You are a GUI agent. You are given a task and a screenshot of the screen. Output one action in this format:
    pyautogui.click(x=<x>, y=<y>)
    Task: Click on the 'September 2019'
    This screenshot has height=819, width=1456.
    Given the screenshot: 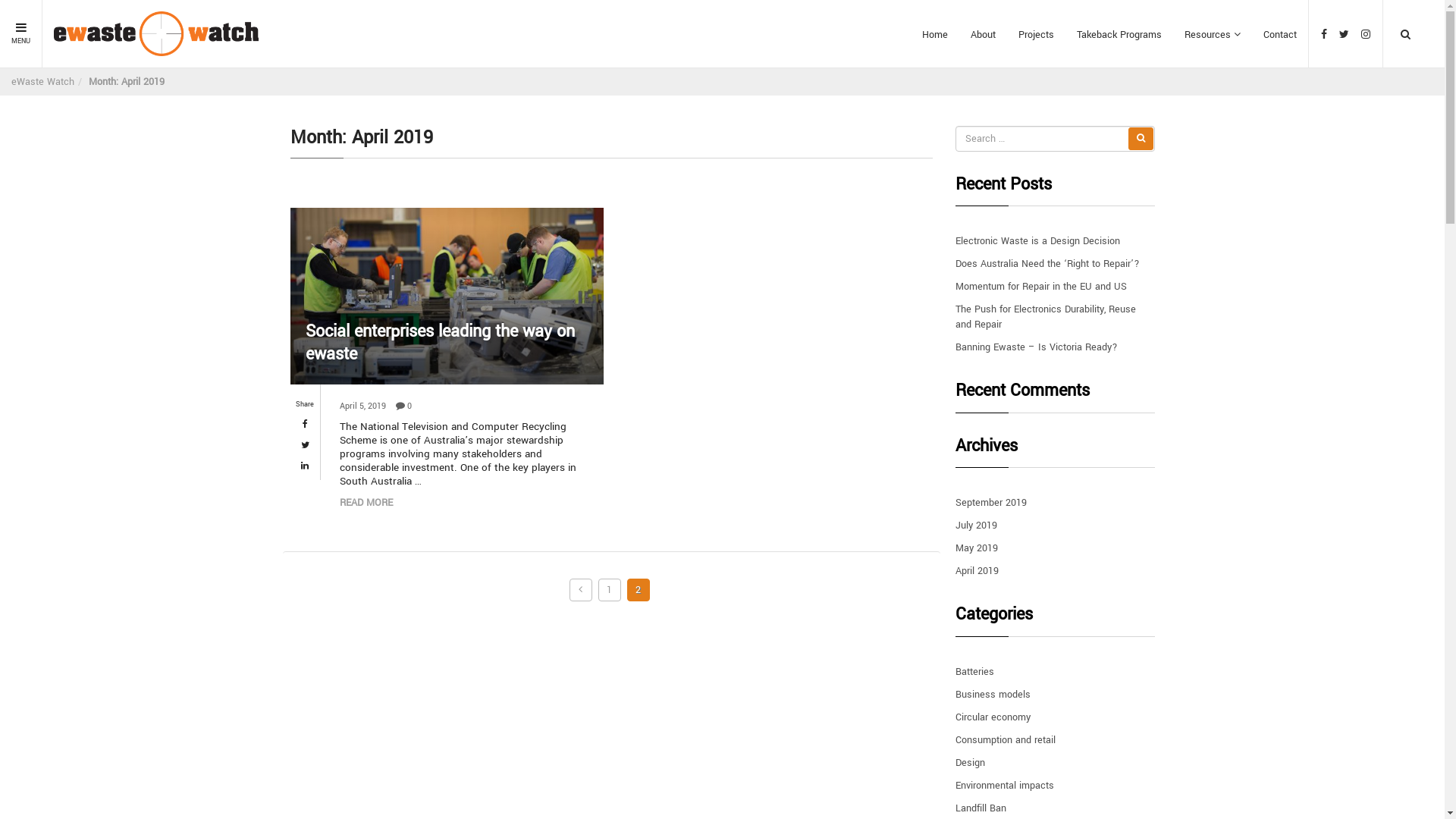 What is the action you would take?
    pyautogui.click(x=990, y=503)
    